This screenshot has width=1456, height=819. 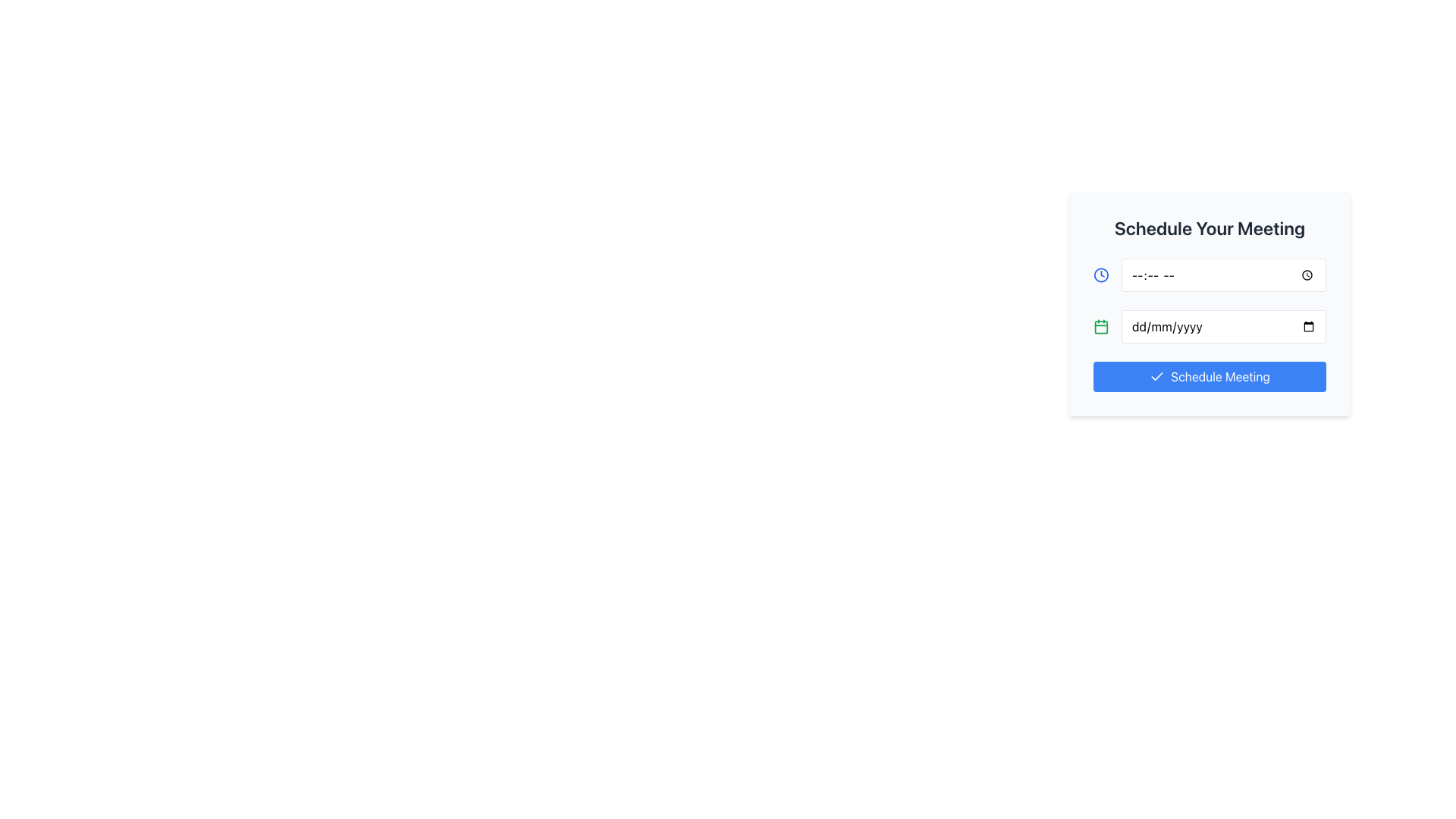 I want to click on the circular part of the clock icon located on the right side of the time selection input field, so click(x=1101, y=275).